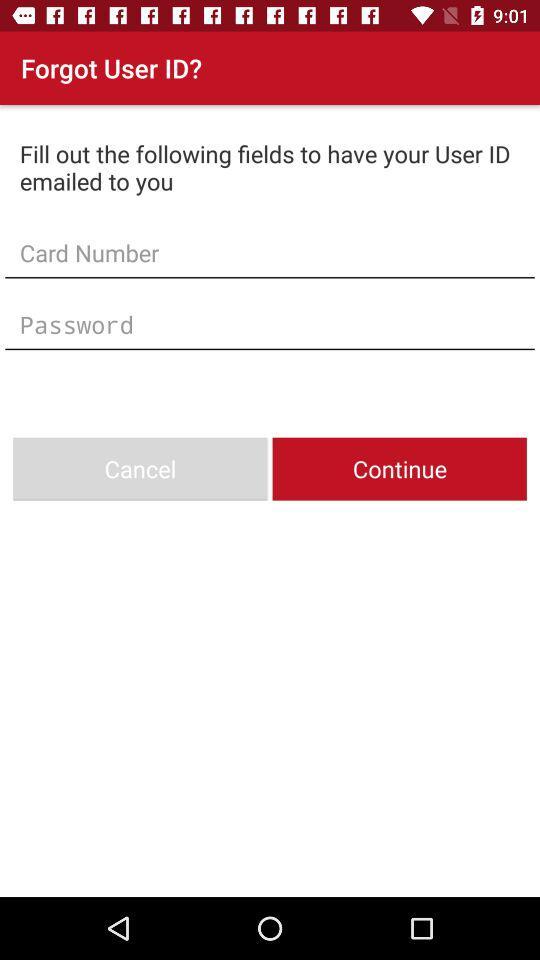 The height and width of the screenshot is (960, 540). I want to click on type in your password, so click(270, 324).